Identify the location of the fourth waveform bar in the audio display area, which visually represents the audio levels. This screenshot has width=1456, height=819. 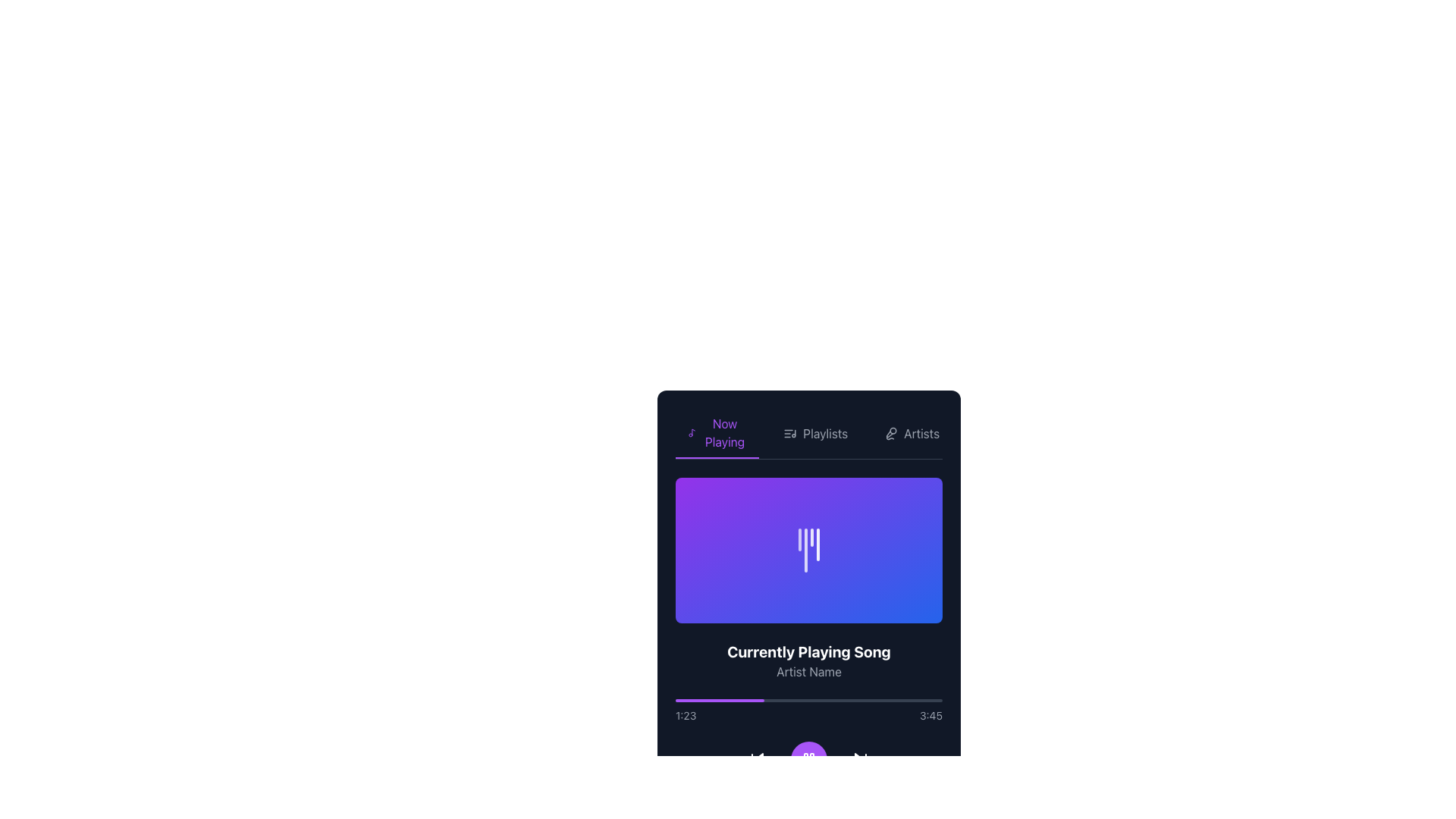
(817, 543).